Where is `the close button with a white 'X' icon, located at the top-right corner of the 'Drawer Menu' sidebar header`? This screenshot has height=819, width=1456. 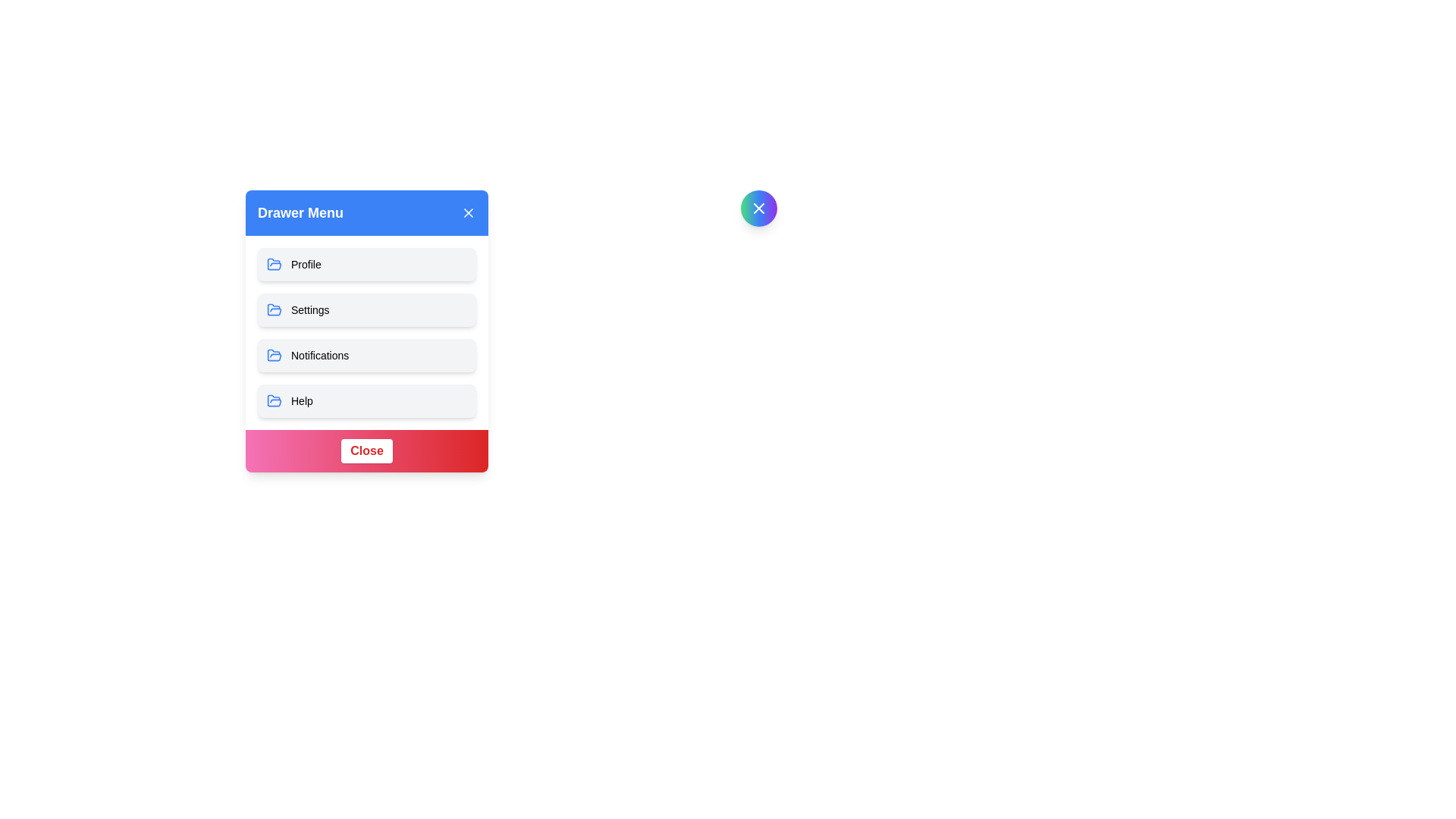 the close button with a white 'X' icon, located at the top-right corner of the 'Drawer Menu' sidebar header is located at coordinates (468, 213).